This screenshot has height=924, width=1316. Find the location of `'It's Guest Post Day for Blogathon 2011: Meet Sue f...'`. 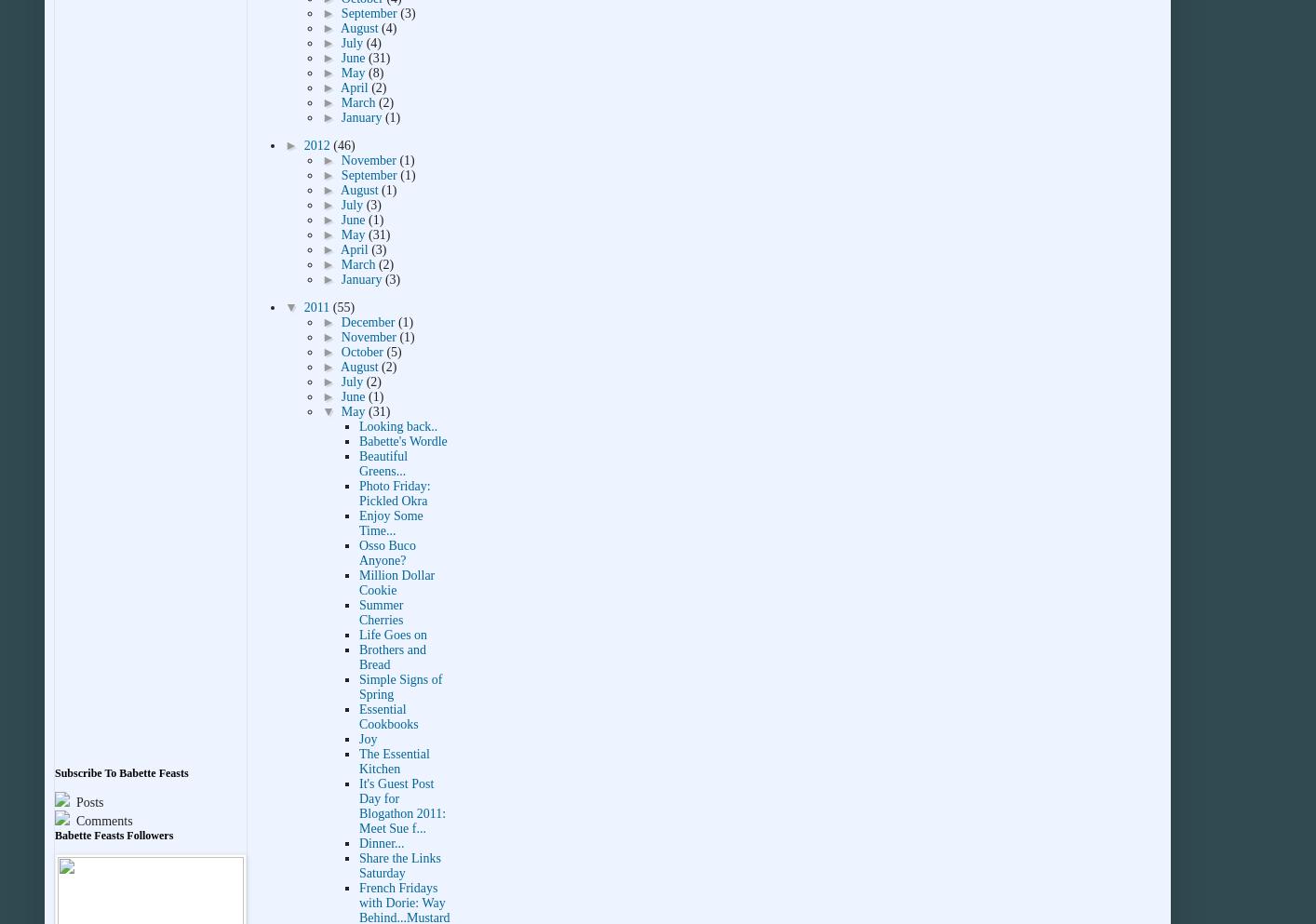

'It's Guest Post Day for Blogathon 2011: Meet Sue f...' is located at coordinates (359, 805).